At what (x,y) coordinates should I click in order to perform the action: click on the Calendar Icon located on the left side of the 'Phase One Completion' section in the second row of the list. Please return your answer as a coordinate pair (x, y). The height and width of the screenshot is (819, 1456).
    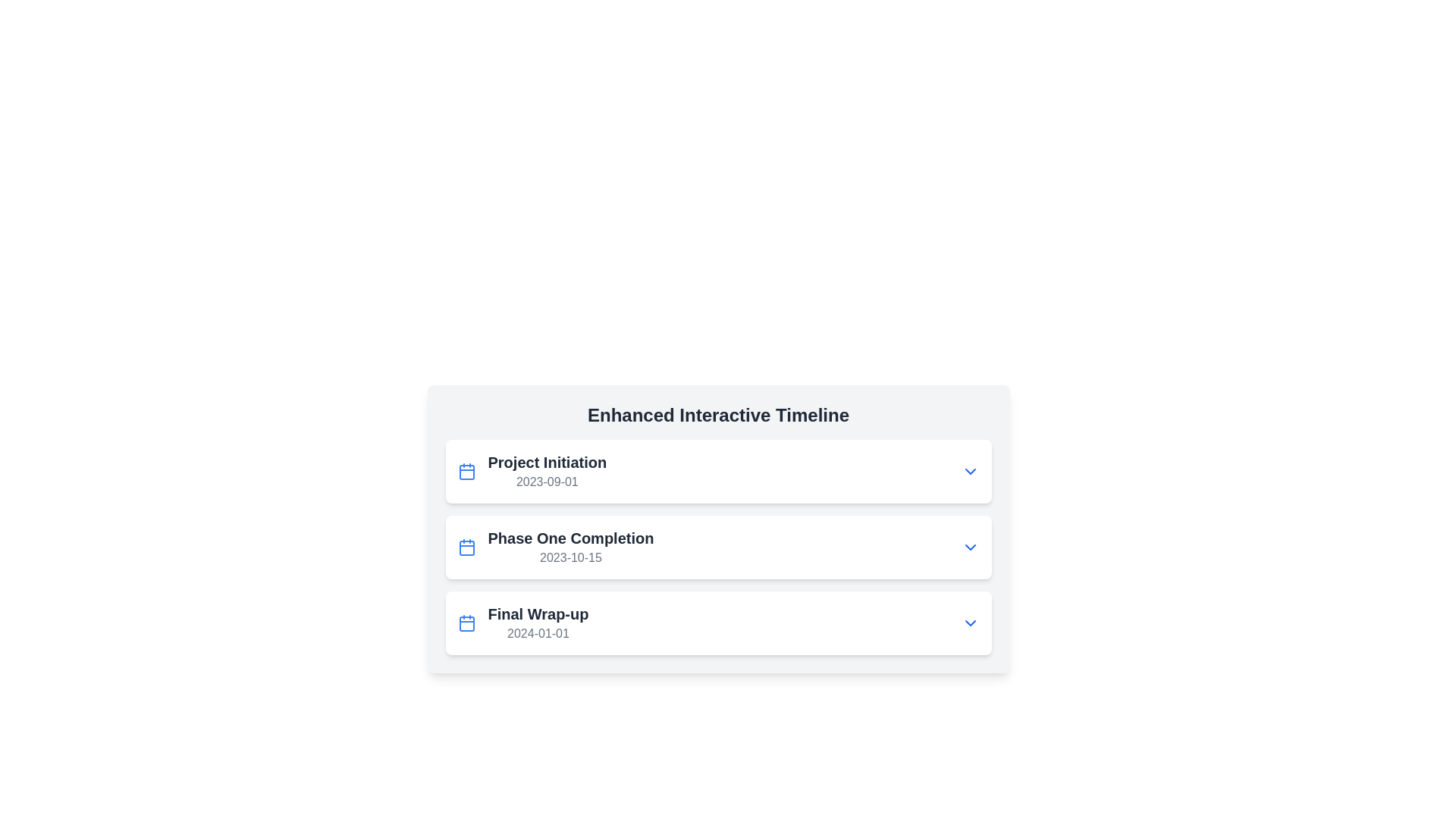
    Looking at the image, I should click on (466, 547).